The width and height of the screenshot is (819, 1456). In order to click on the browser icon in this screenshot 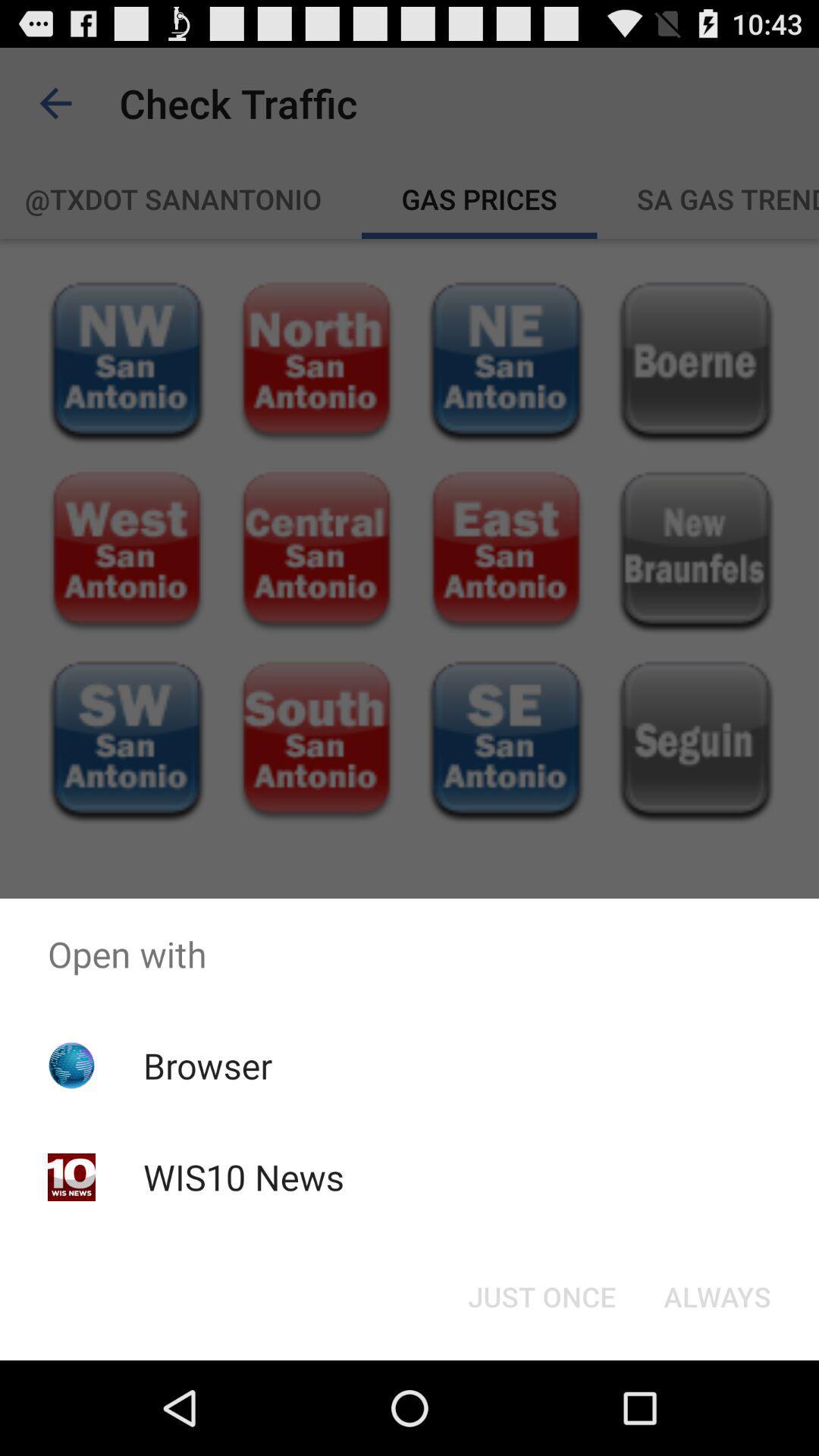, I will do `click(208, 1065)`.